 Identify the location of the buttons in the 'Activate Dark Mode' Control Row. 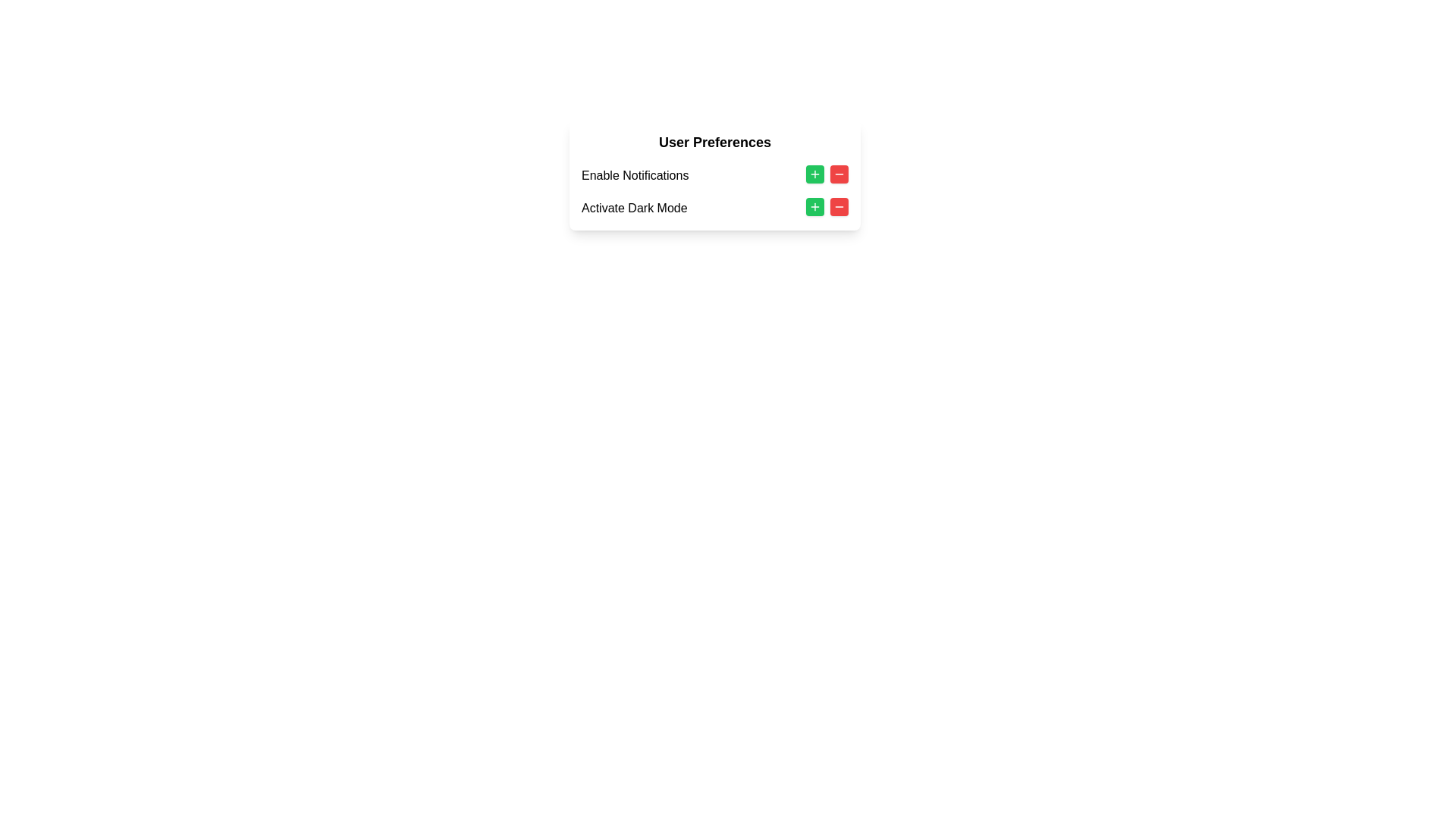
(714, 208).